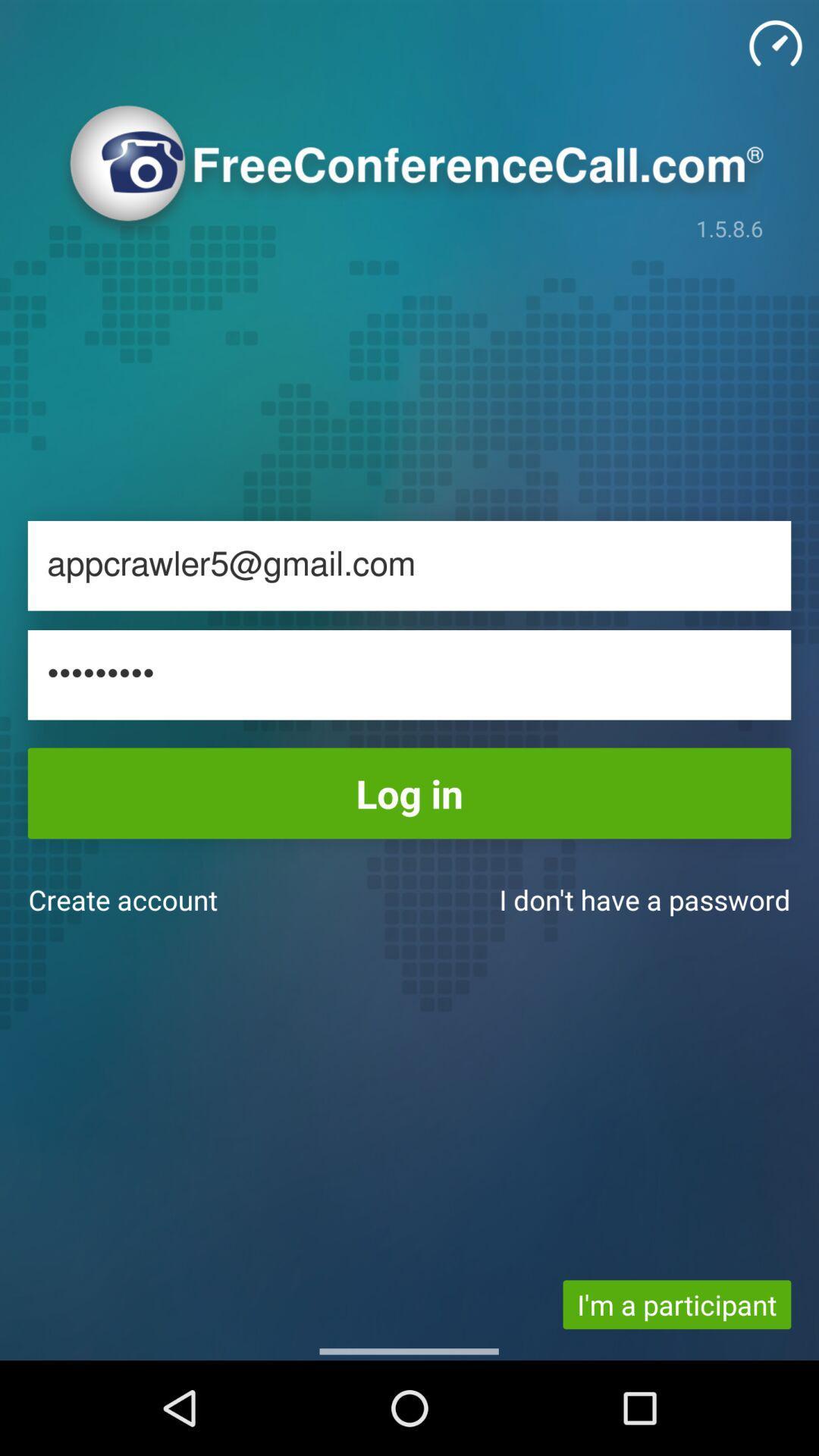 This screenshot has height=1456, width=819. Describe the element at coordinates (775, 43) in the screenshot. I see `timer` at that location.